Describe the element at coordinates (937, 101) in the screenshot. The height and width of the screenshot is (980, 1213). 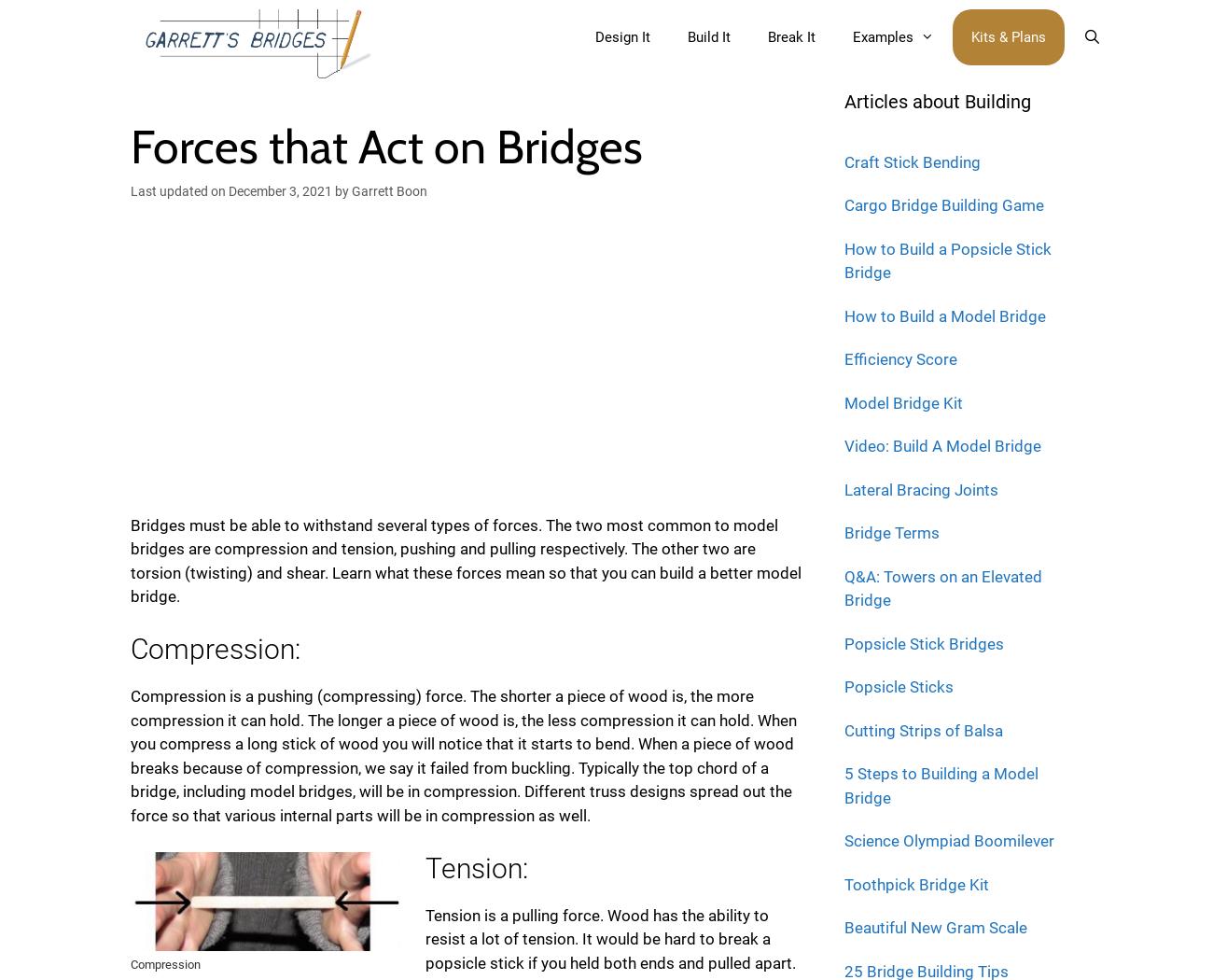
I see `'Articles about Building'` at that location.